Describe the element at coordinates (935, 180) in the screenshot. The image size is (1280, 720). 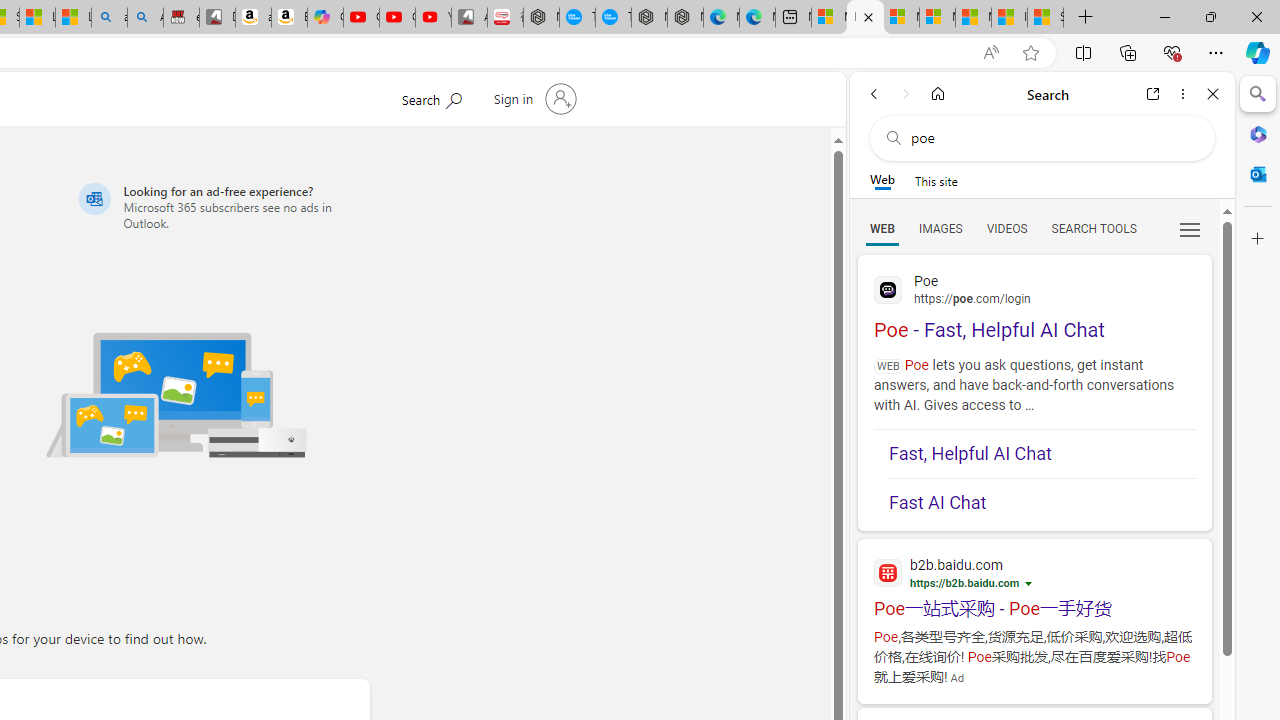
I see `'This site scope'` at that location.